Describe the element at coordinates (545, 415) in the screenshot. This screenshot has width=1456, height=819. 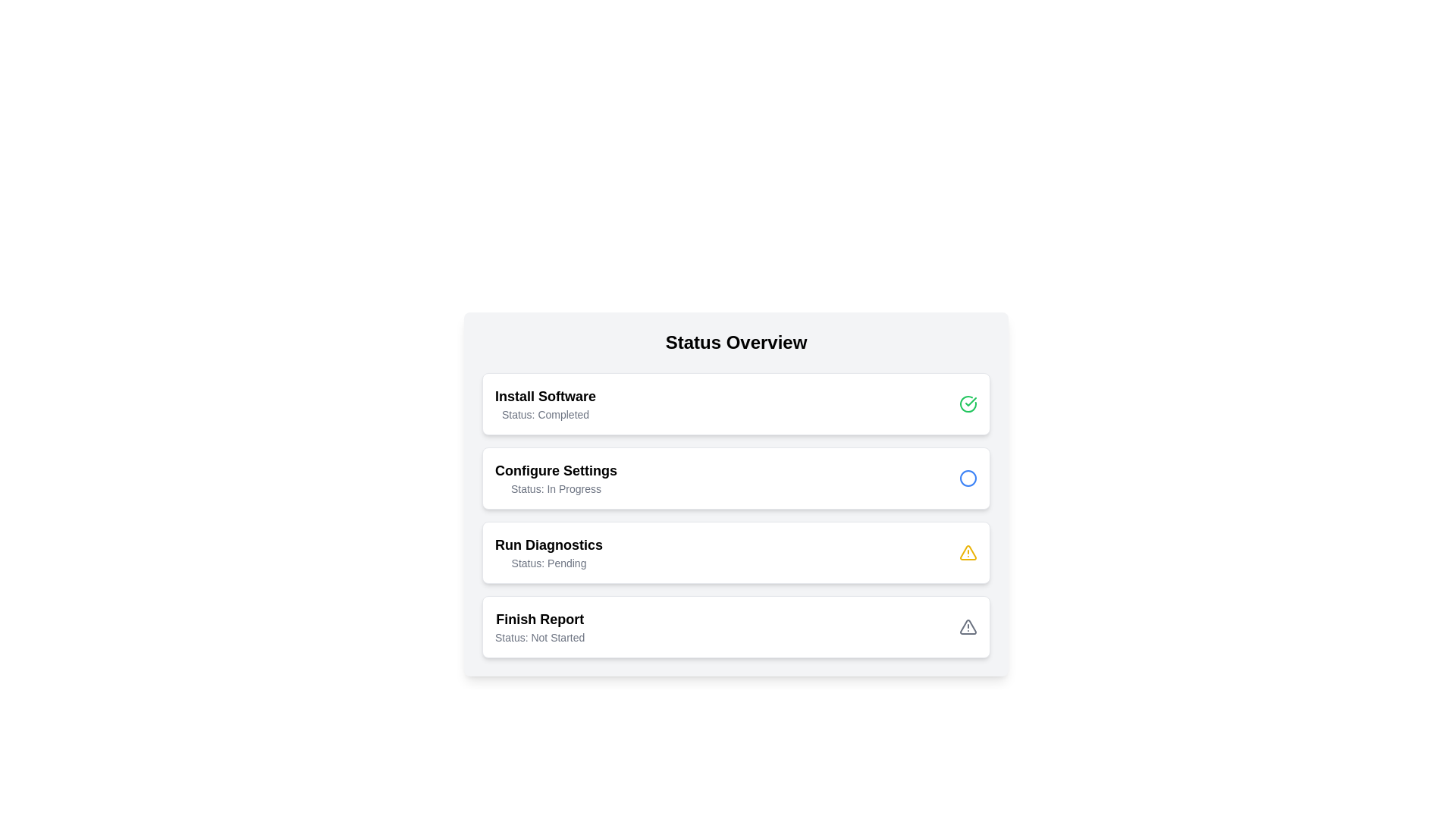
I see `the 'Status: Completed' text label, which is a small gray text displayed directly under the 'Install Software' heading` at that location.